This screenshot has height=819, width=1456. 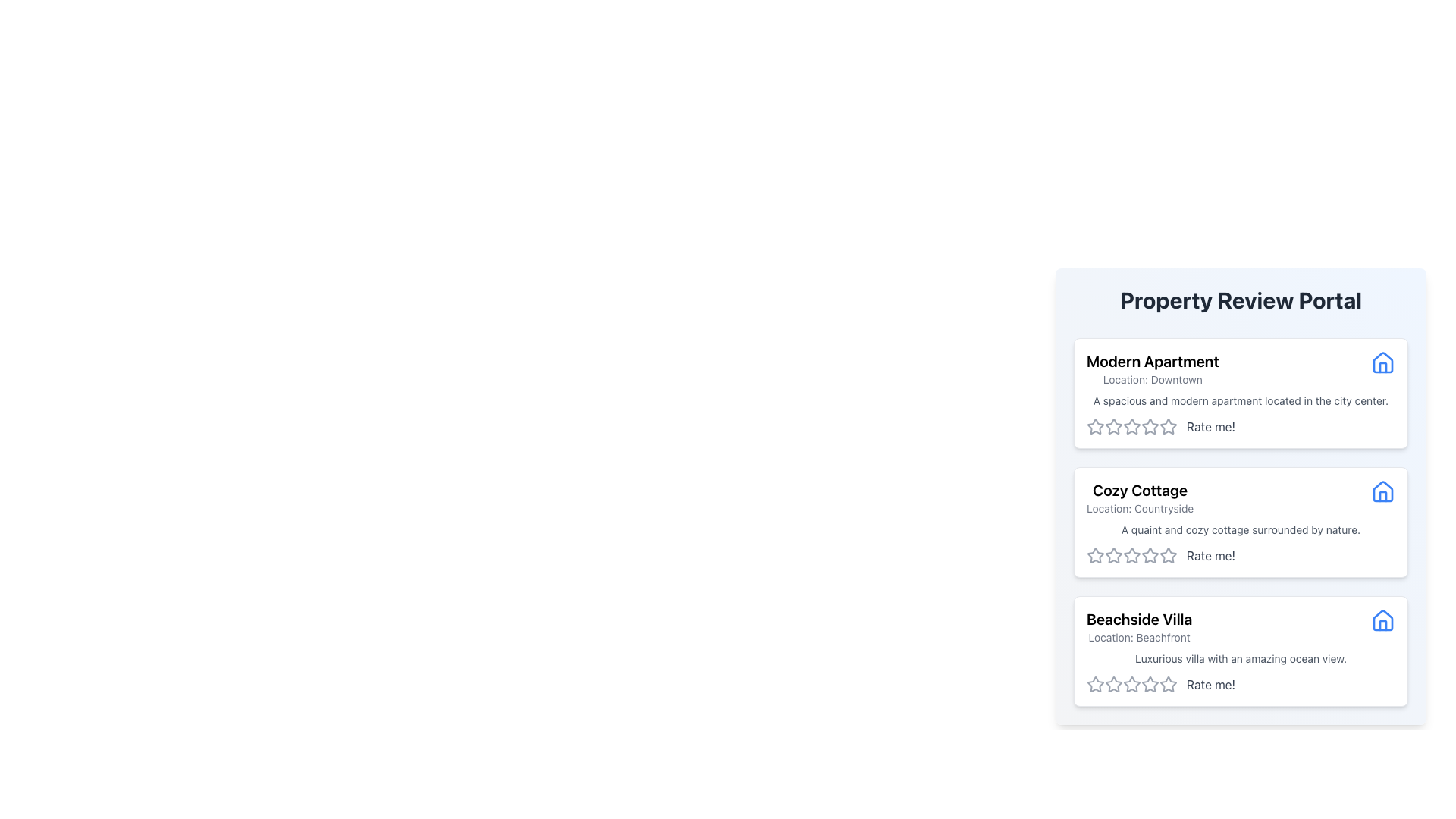 What do you see at coordinates (1113, 555) in the screenshot?
I see `the second star in the rating system for the 'Cozy Cottage' property` at bounding box center [1113, 555].